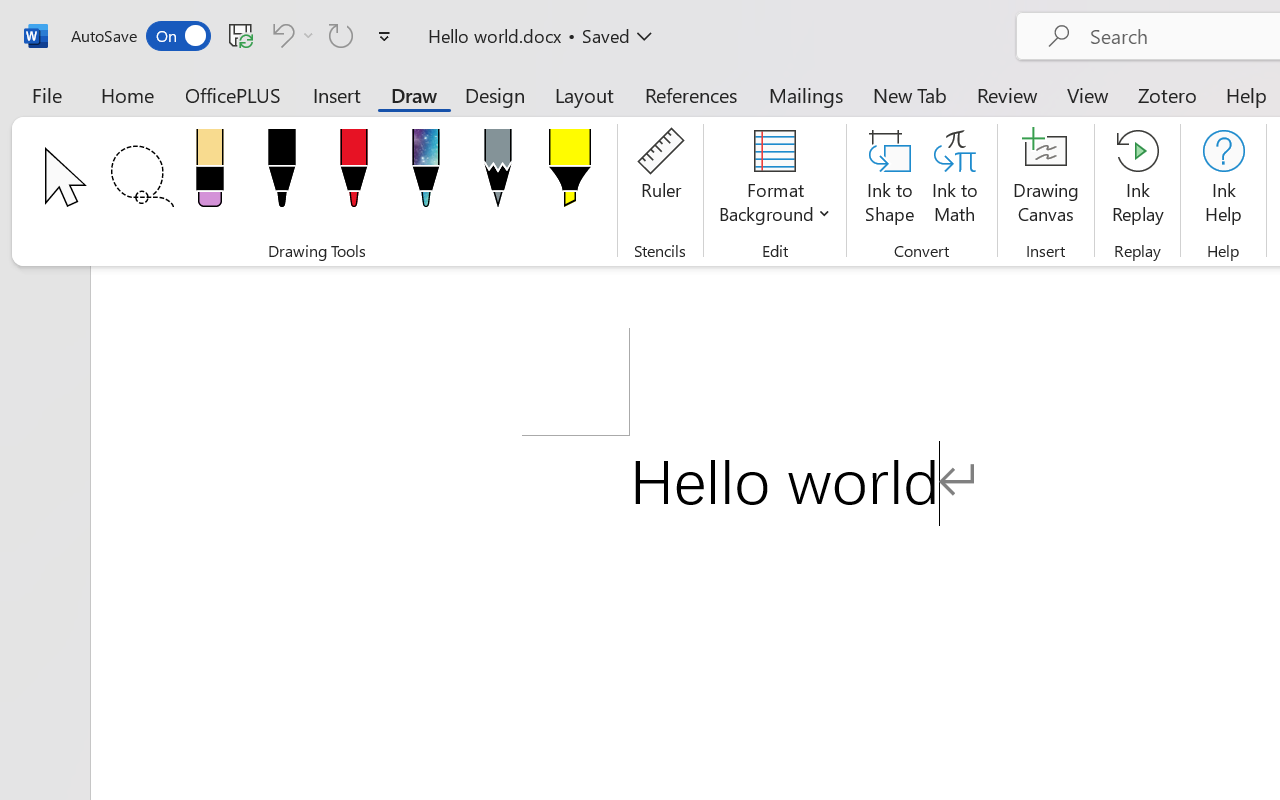 This screenshot has height=800, width=1280. What do you see at coordinates (1007, 94) in the screenshot?
I see `'Review'` at bounding box center [1007, 94].